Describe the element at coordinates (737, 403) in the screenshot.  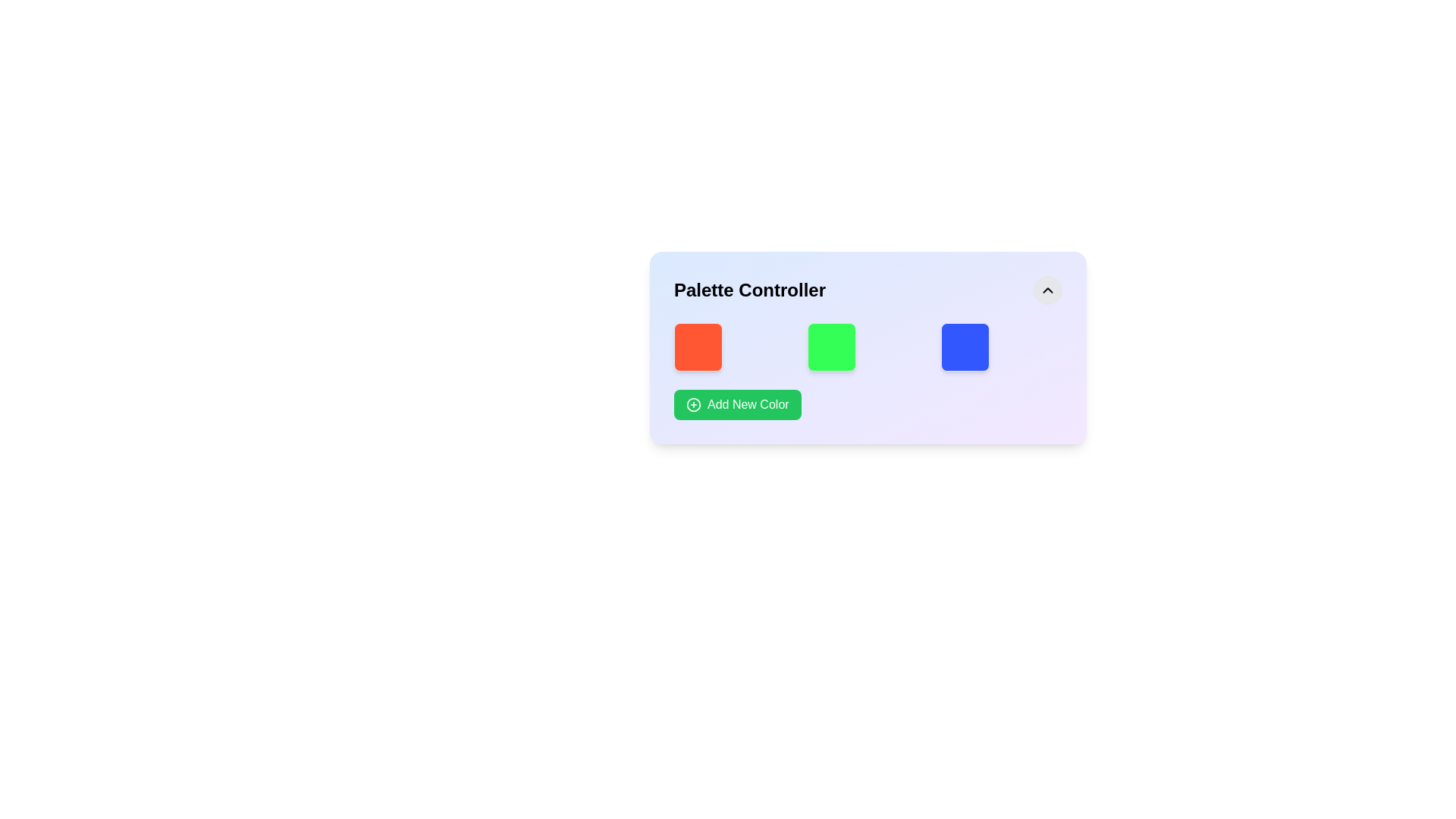
I see `the distinct green button labeled 'Add New Color' with a plus icon` at that location.